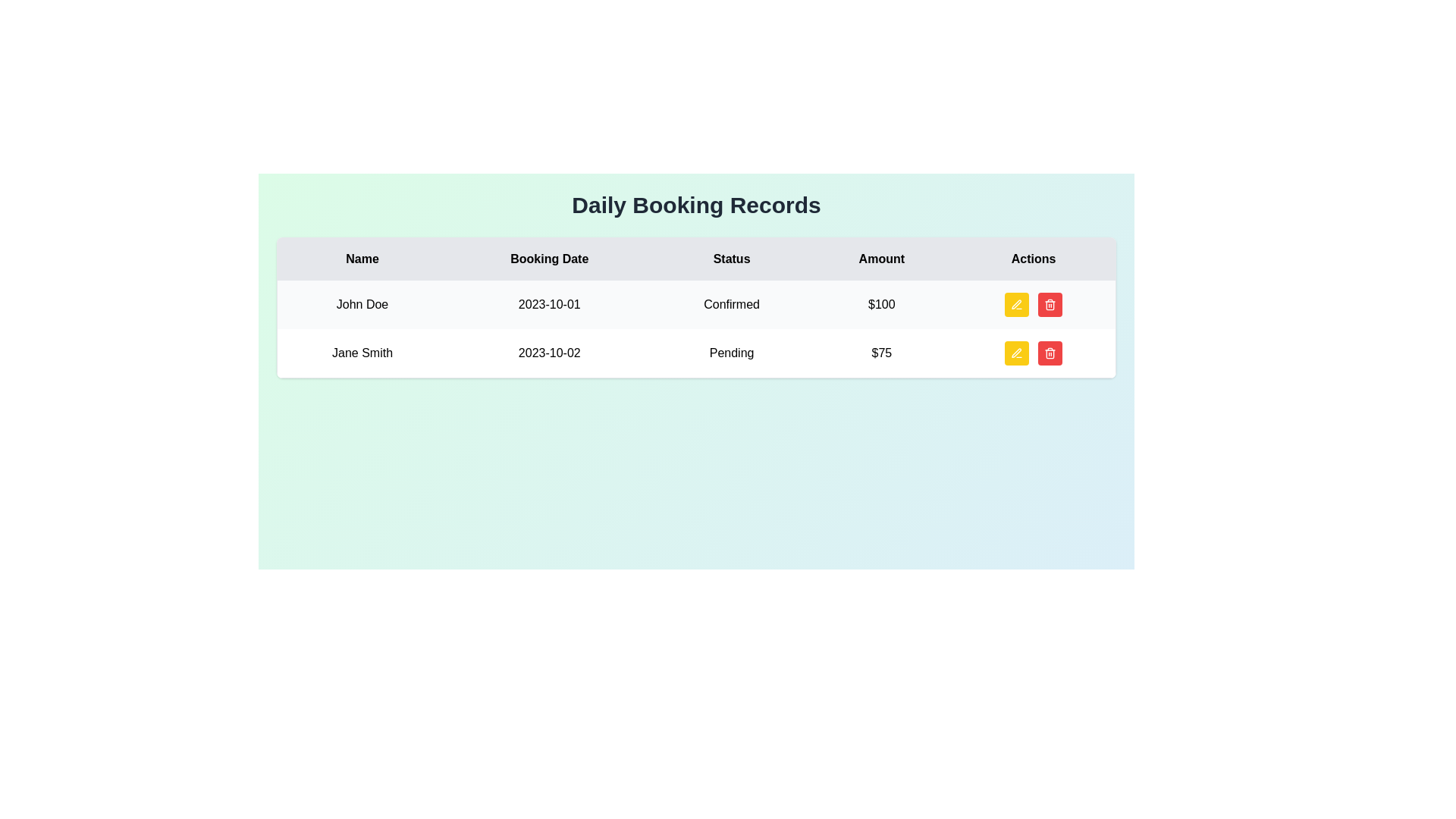  I want to click on the Text label displaying the name of an individual in the first column of the first data row under the 'Name' header in the 'Daily Booking Records' table, so click(361, 304).